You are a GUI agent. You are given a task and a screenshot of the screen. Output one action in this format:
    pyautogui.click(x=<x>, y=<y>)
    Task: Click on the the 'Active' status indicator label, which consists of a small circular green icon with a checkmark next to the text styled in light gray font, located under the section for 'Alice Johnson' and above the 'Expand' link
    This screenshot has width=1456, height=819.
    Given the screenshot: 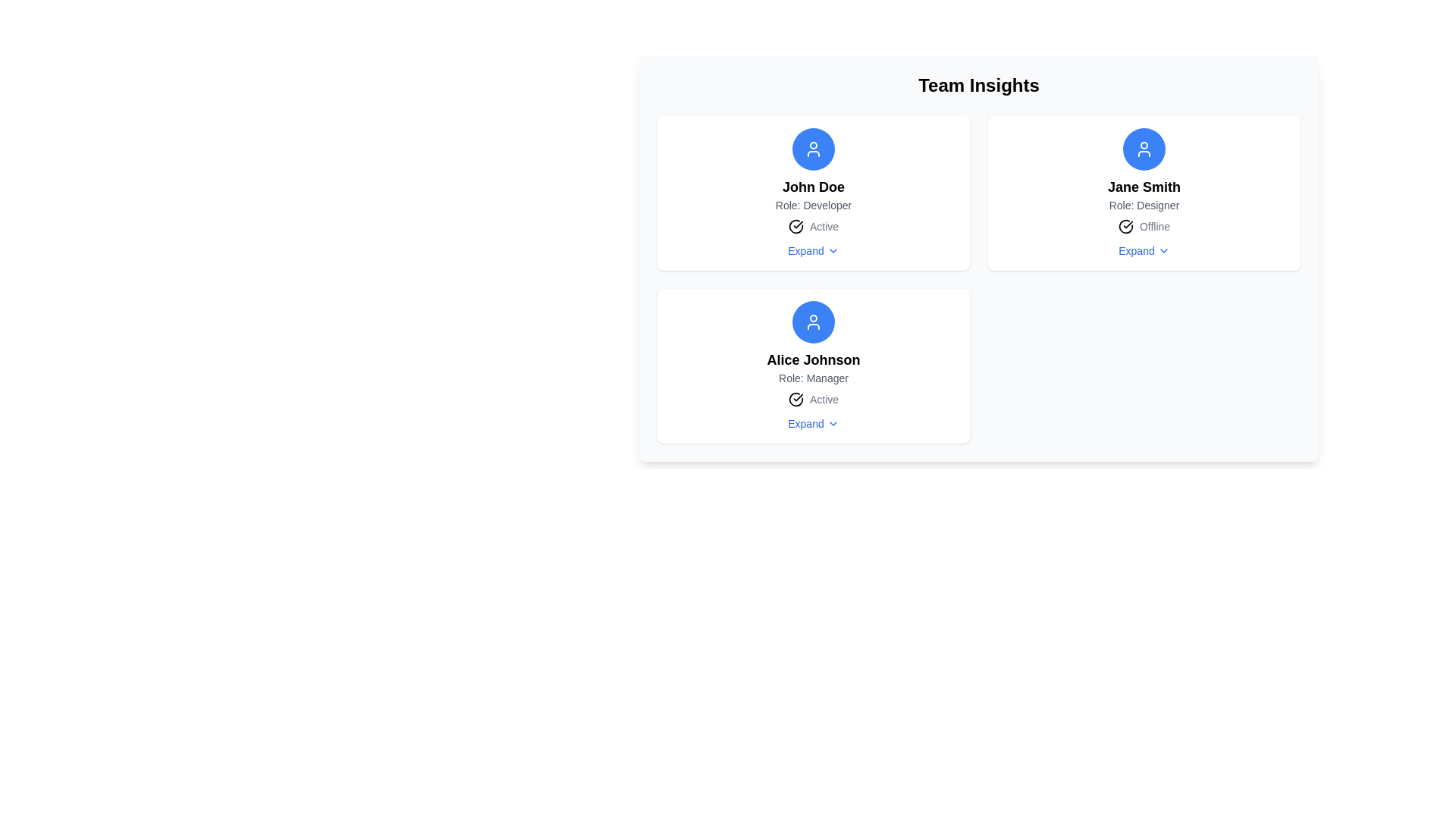 What is the action you would take?
    pyautogui.click(x=813, y=399)
    